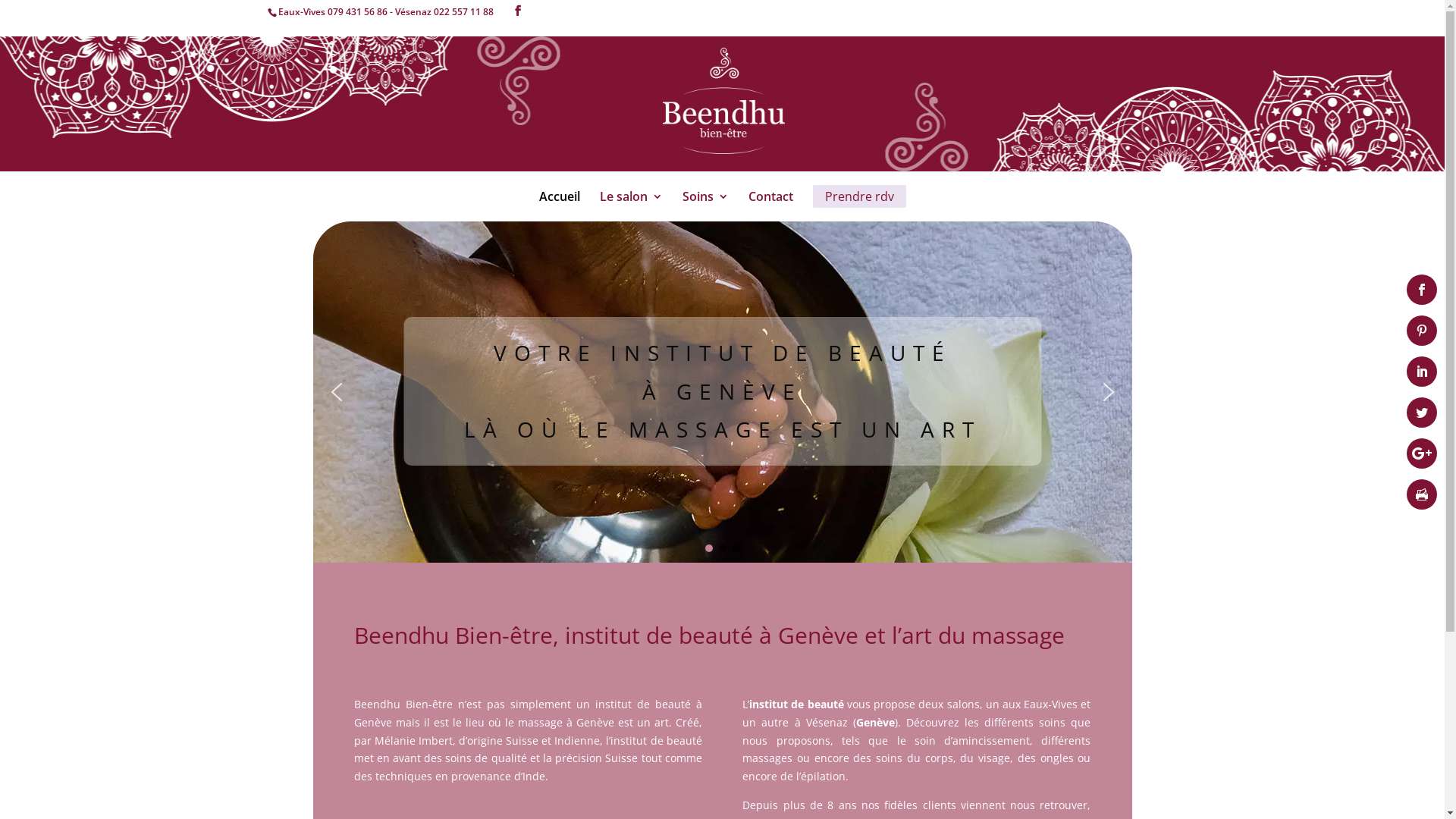  I want to click on 'Prendre rdv', so click(859, 195).